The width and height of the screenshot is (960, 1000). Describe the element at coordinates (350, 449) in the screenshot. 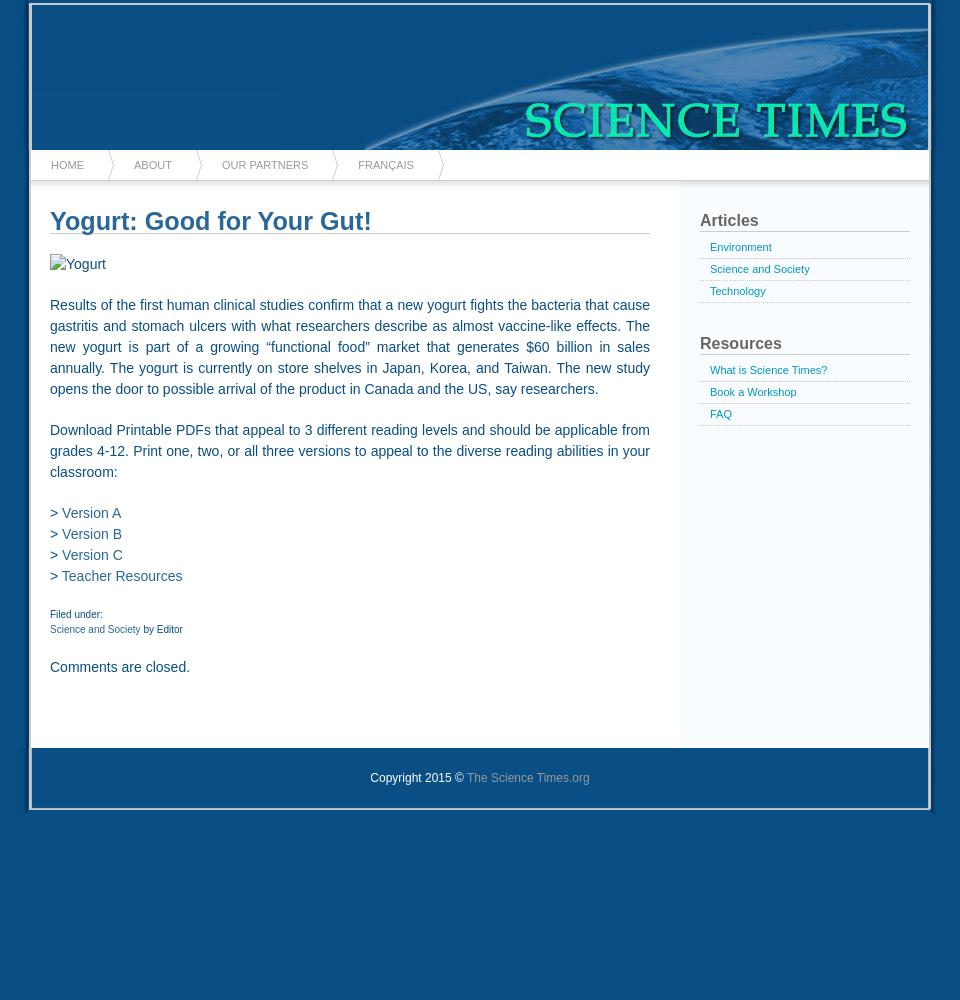

I see `'Download Printable PDFs that appeal to 3 different reading levels and should be applicable from grades 4-12. Print one, two, or all three versions to appeal to the diverse reading abilities in your classroom:'` at that location.